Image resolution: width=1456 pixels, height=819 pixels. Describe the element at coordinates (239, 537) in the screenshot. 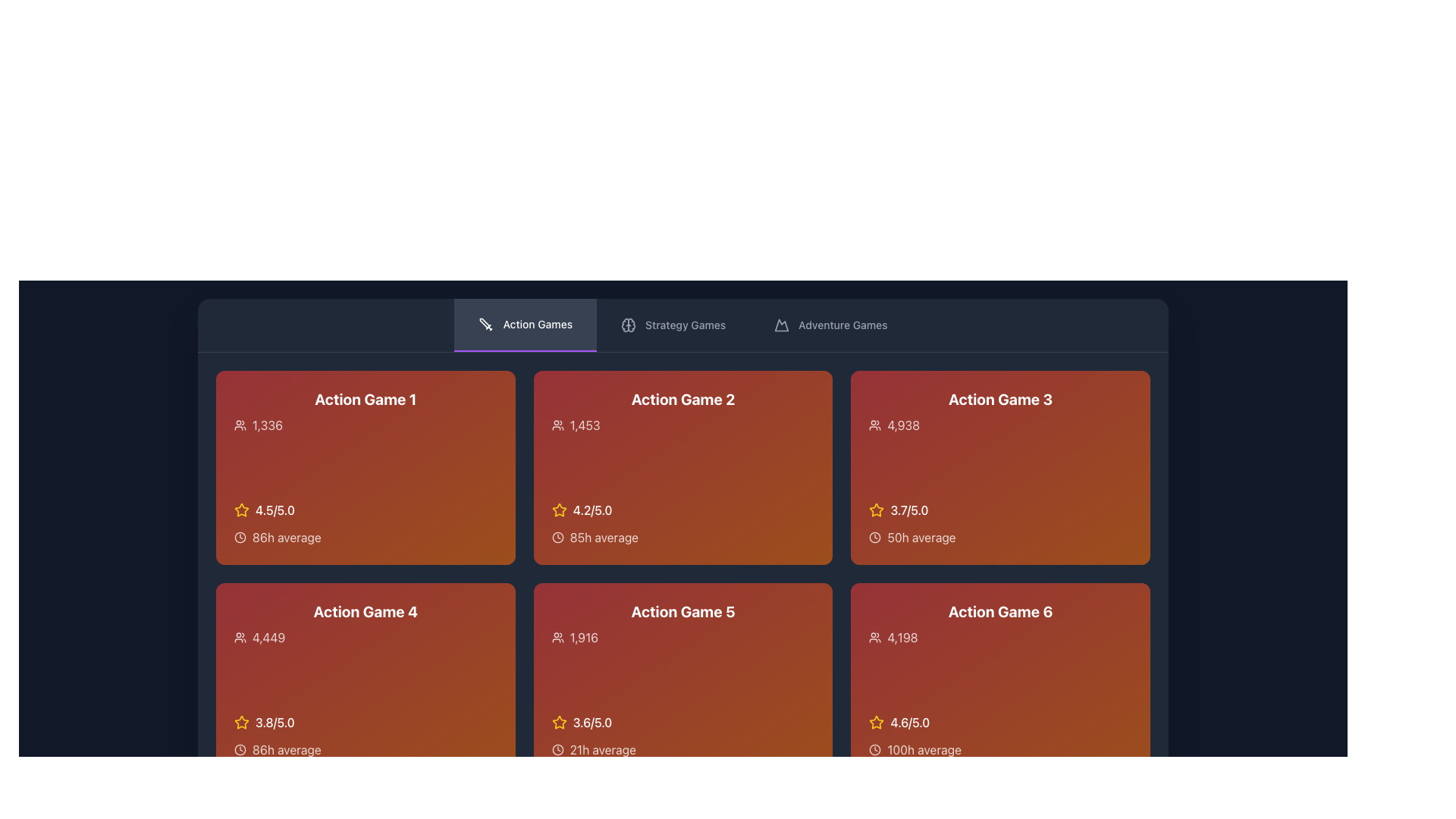

I see `the clock icon representing time-related information for 'Action Game 1' by clicking on the circular body of the clock icon located in the top-left of the card` at that location.